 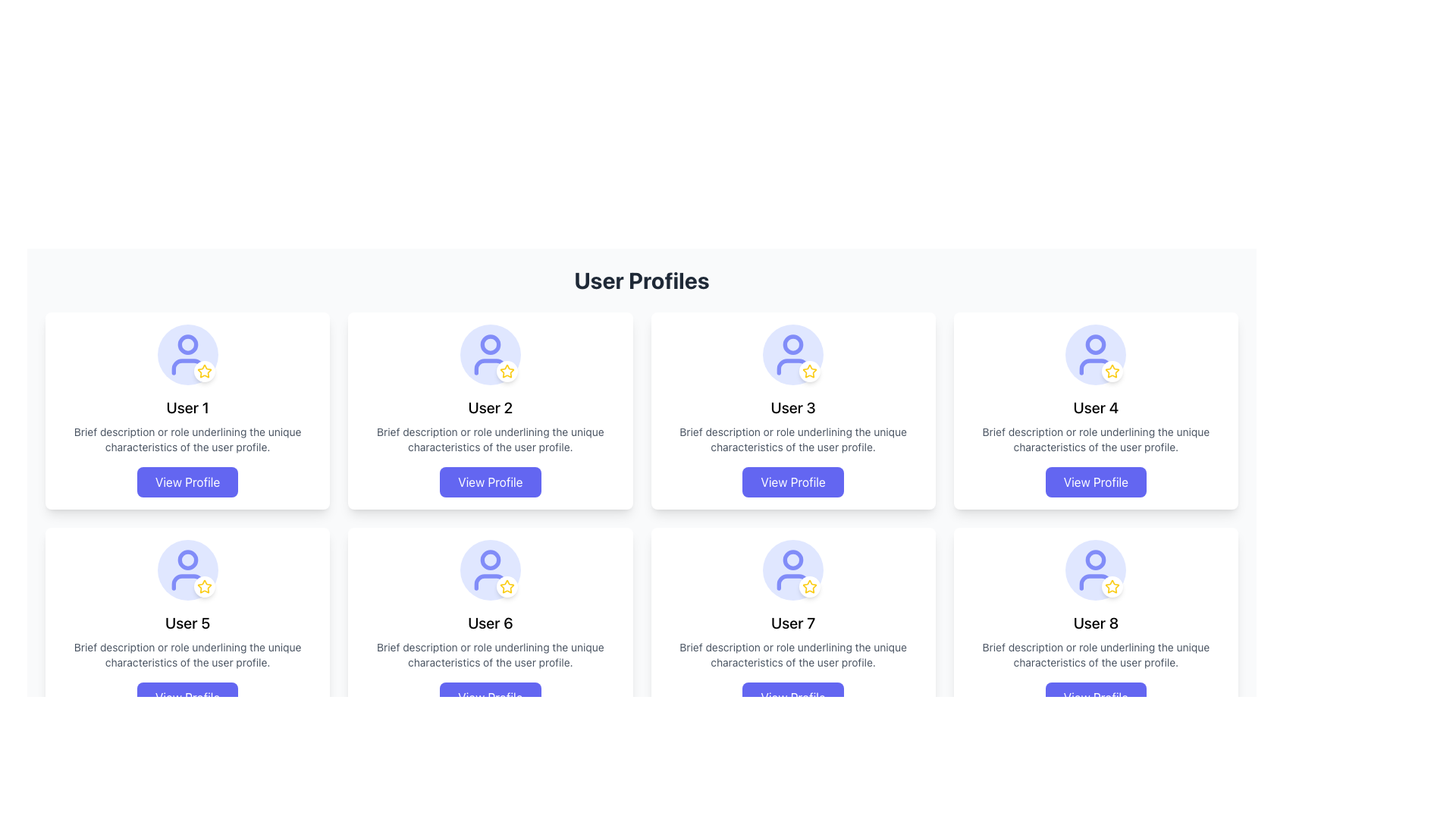 I want to click on the 'View Profile' button, so click(x=490, y=482).